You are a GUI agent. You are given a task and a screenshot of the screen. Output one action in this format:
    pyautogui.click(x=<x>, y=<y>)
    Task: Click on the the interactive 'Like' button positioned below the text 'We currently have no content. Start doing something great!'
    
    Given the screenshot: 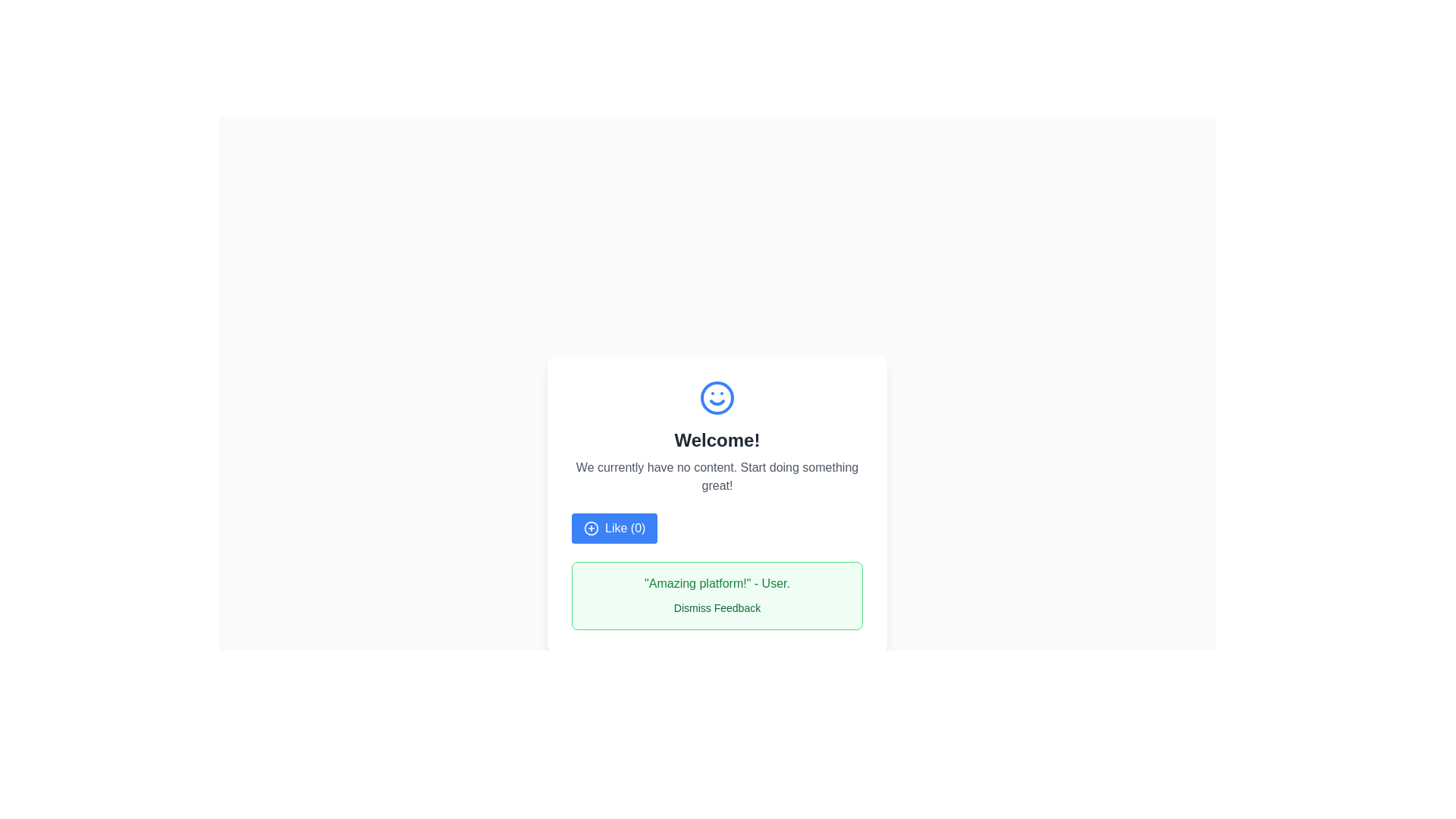 What is the action you would take?
    pyautogui.click(x=614, y=528)
    